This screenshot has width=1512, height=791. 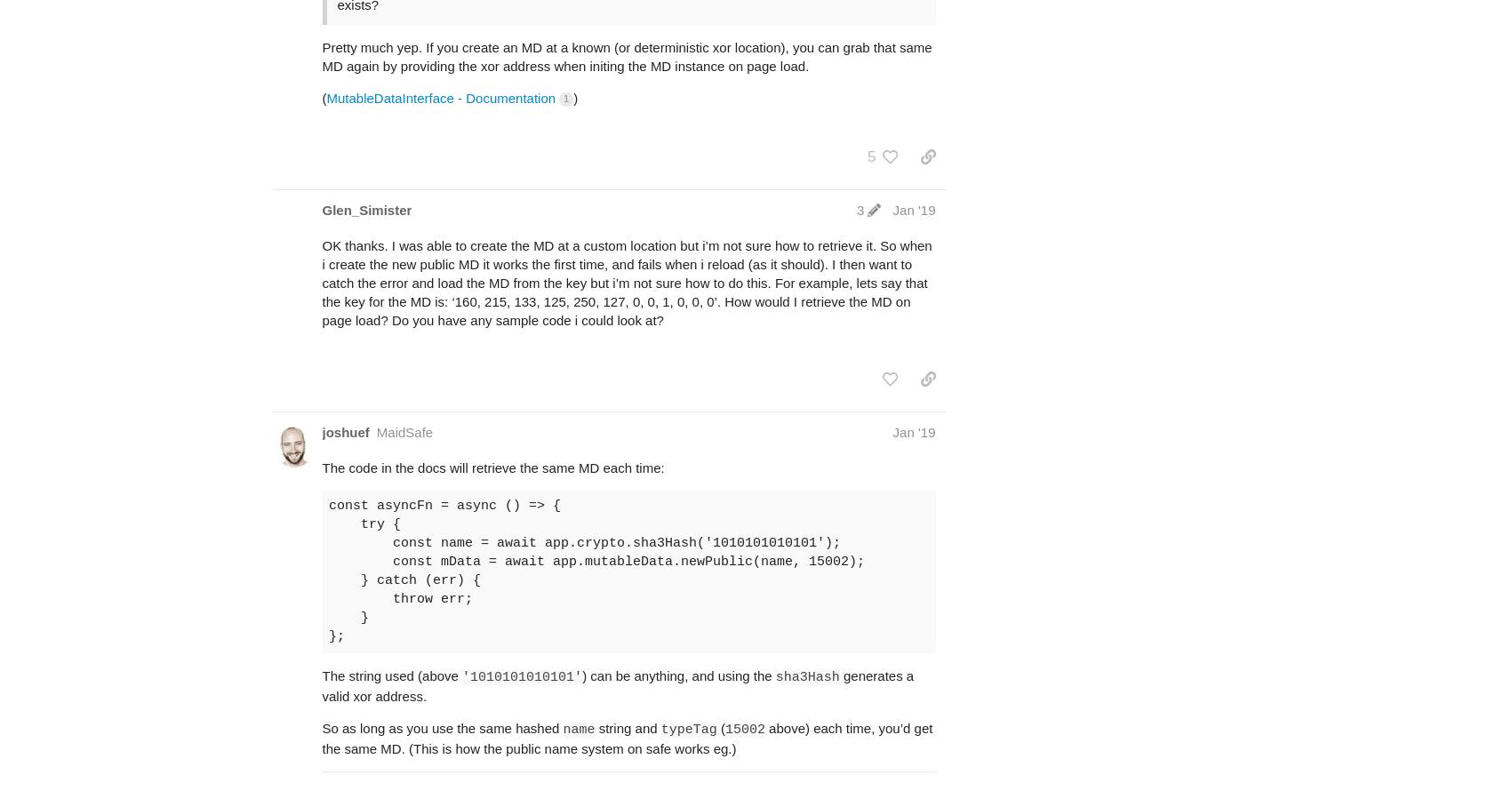 I want to click on 'above) each time, you’d get the same MD. (This is how the public name system on safe works eg.)', so click(x=626, y=737).